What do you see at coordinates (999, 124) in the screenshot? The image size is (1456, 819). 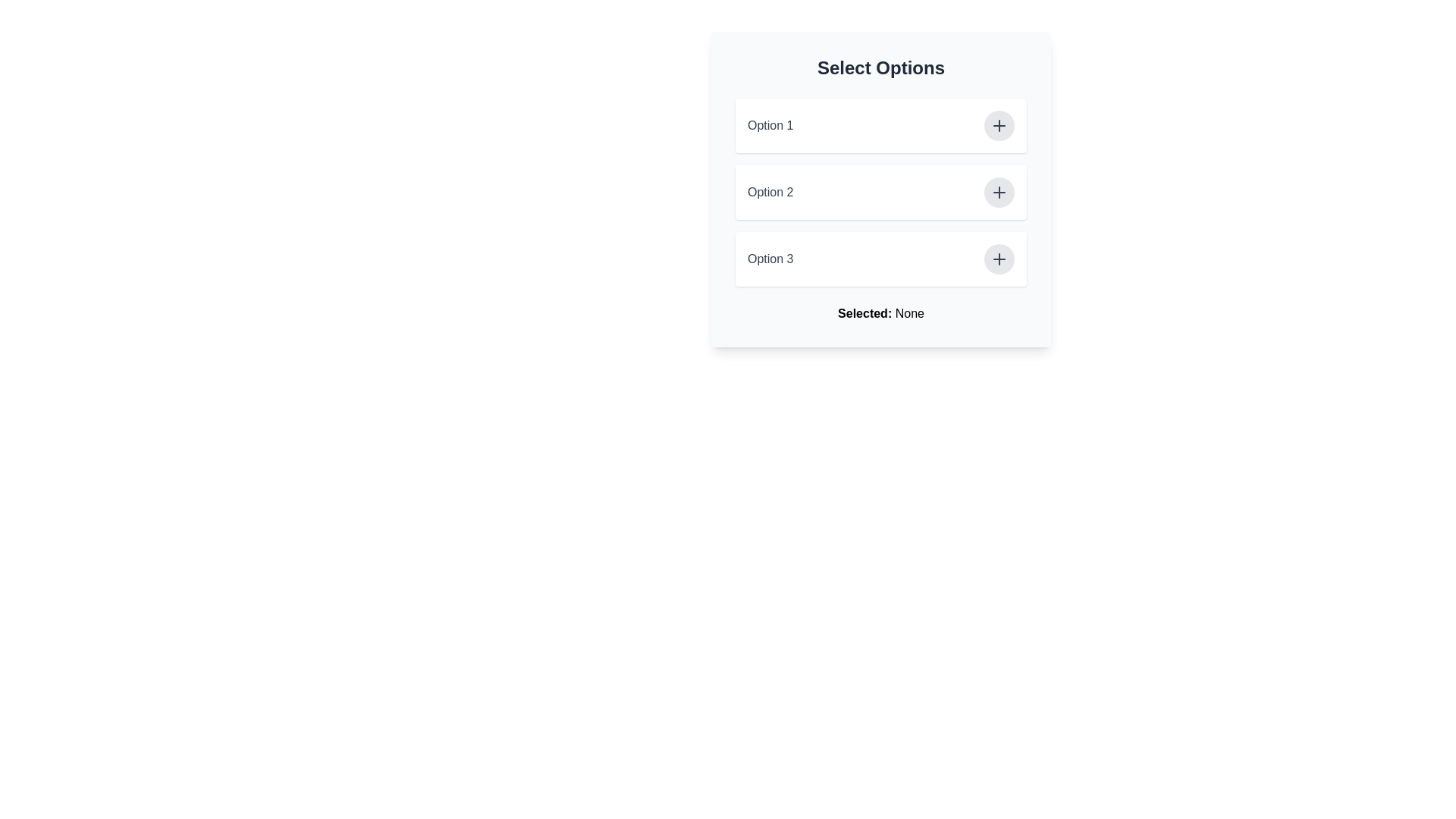 I see `the button located at the far right within the row labeled 'Option 1'` at bounding box center [999, 124].